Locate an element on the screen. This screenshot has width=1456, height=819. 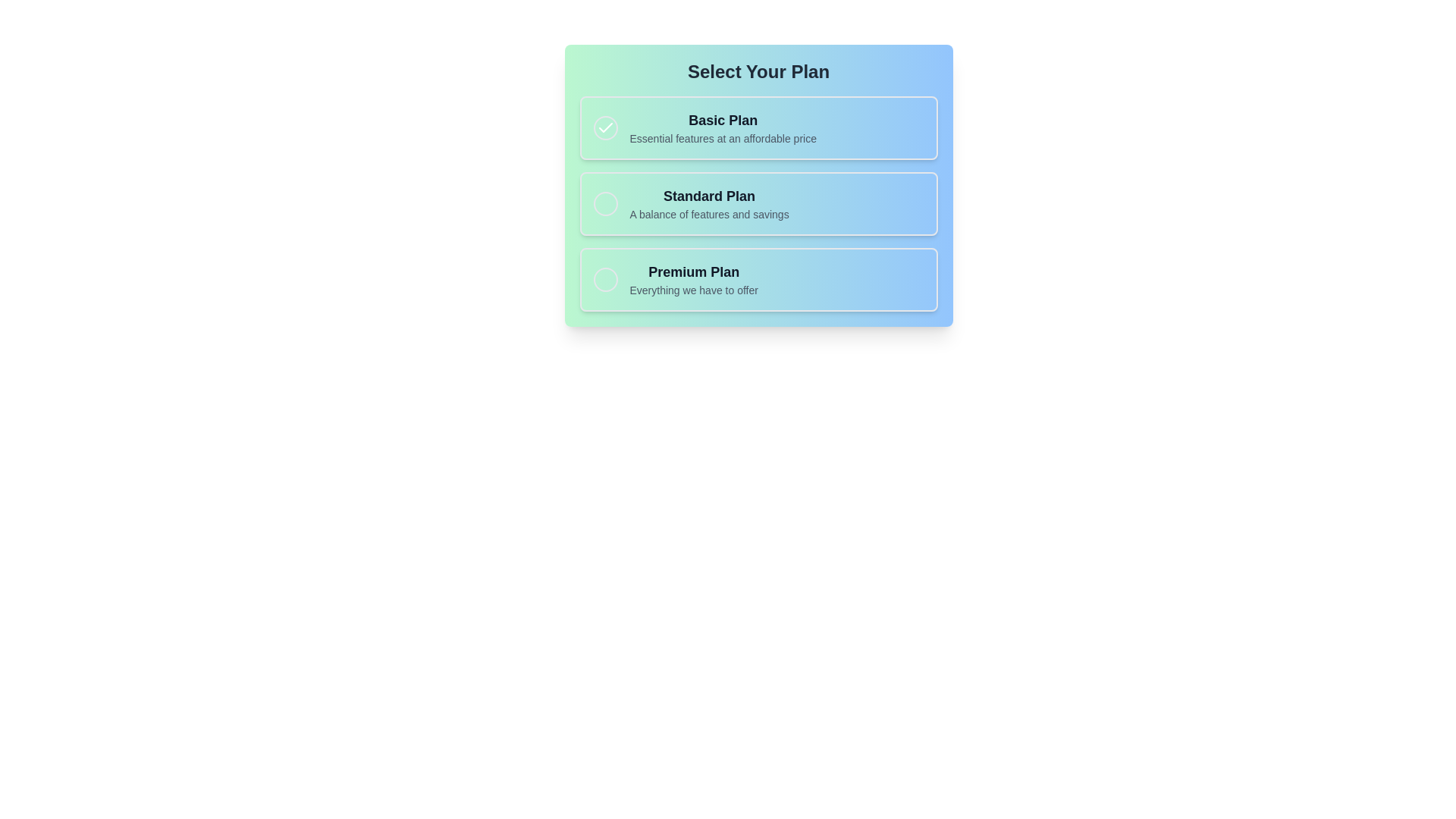
the SVG-based checkmark icon indicating the selected state of the 'Basic Plan' option located in the top-left corner of its list item is located at coordinates (604, 127).